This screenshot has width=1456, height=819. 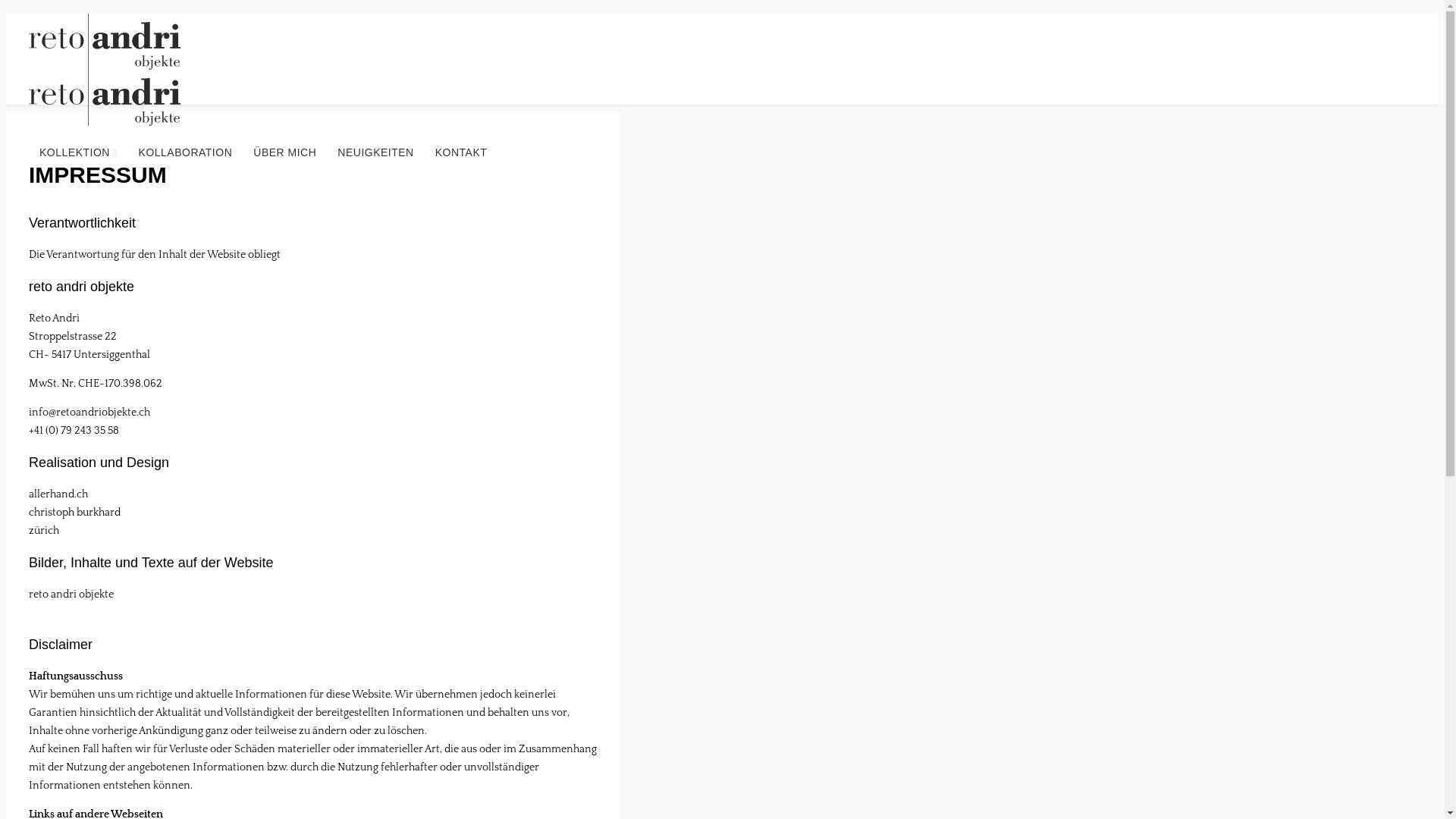 What do you see at coordinates (184, 152) in the screenshot?
I see `'KOLLABORATION'` at bounding box center [184, 152].